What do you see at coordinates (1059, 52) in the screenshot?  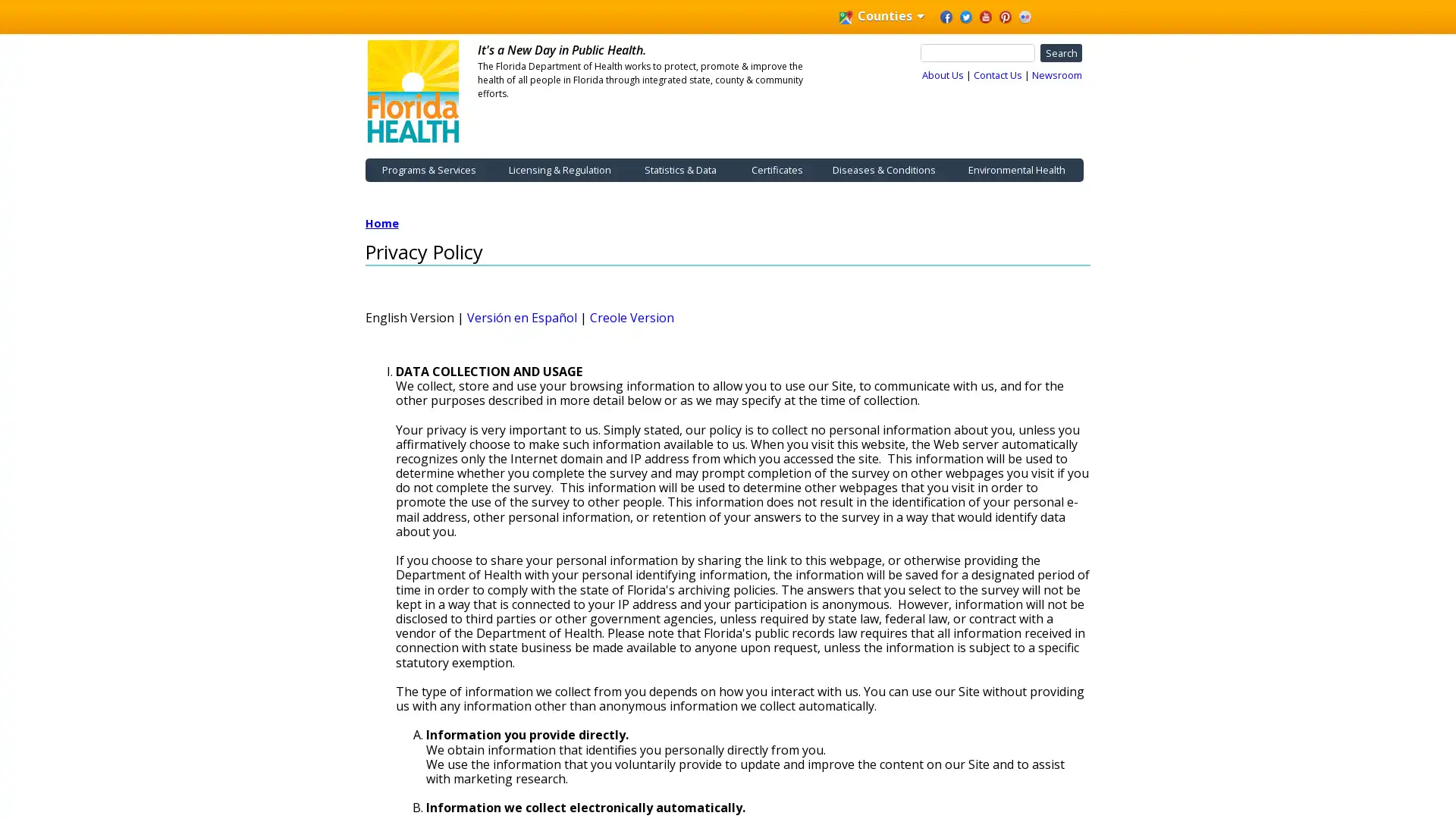 I see `Search` at bounding box center [1059, 52].